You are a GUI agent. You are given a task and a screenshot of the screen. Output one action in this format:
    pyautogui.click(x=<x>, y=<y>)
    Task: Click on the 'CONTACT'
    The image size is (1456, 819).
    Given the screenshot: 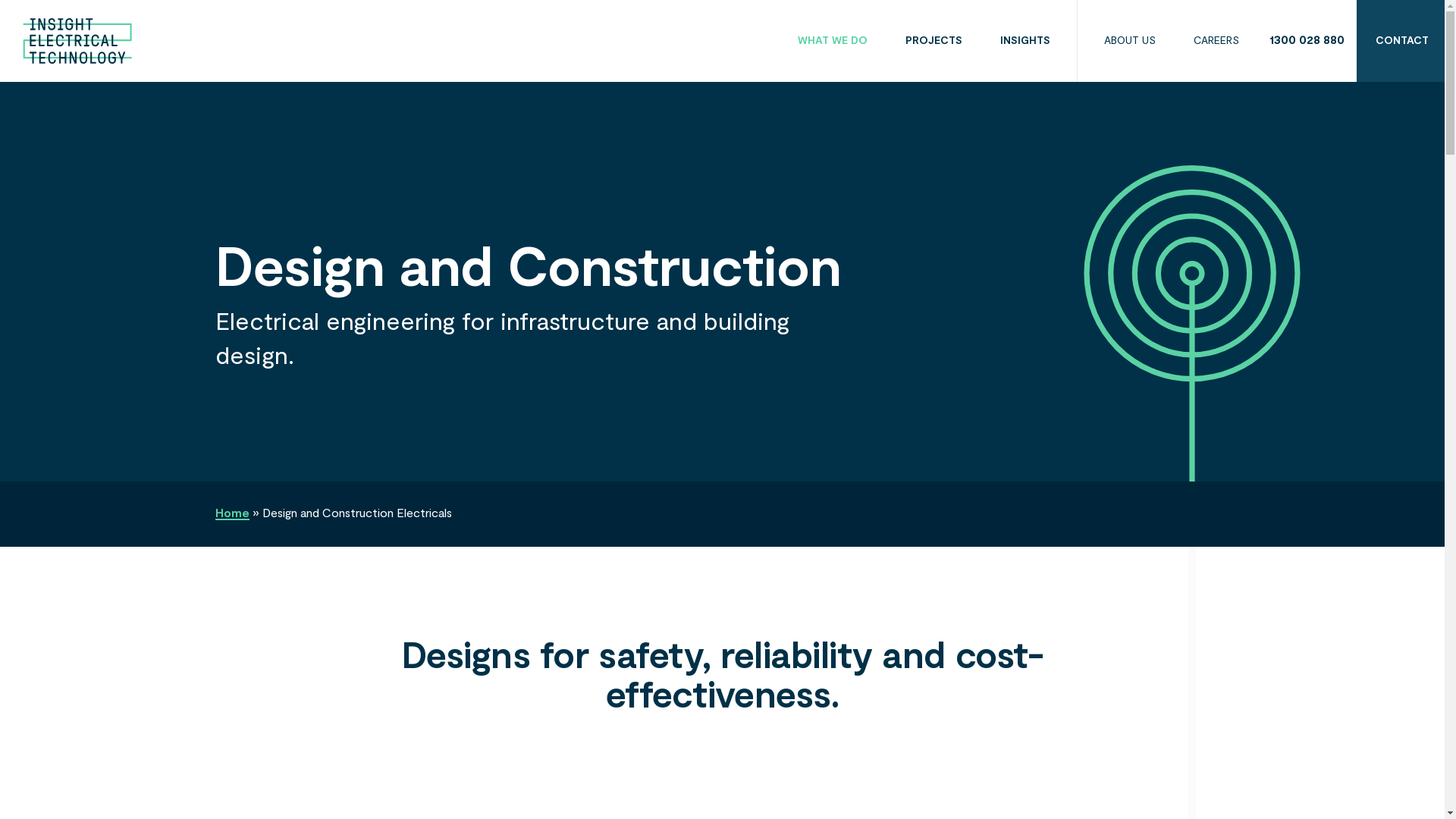 What is the action you would take?
    pyautogui.click(x=1401, y=40)
    